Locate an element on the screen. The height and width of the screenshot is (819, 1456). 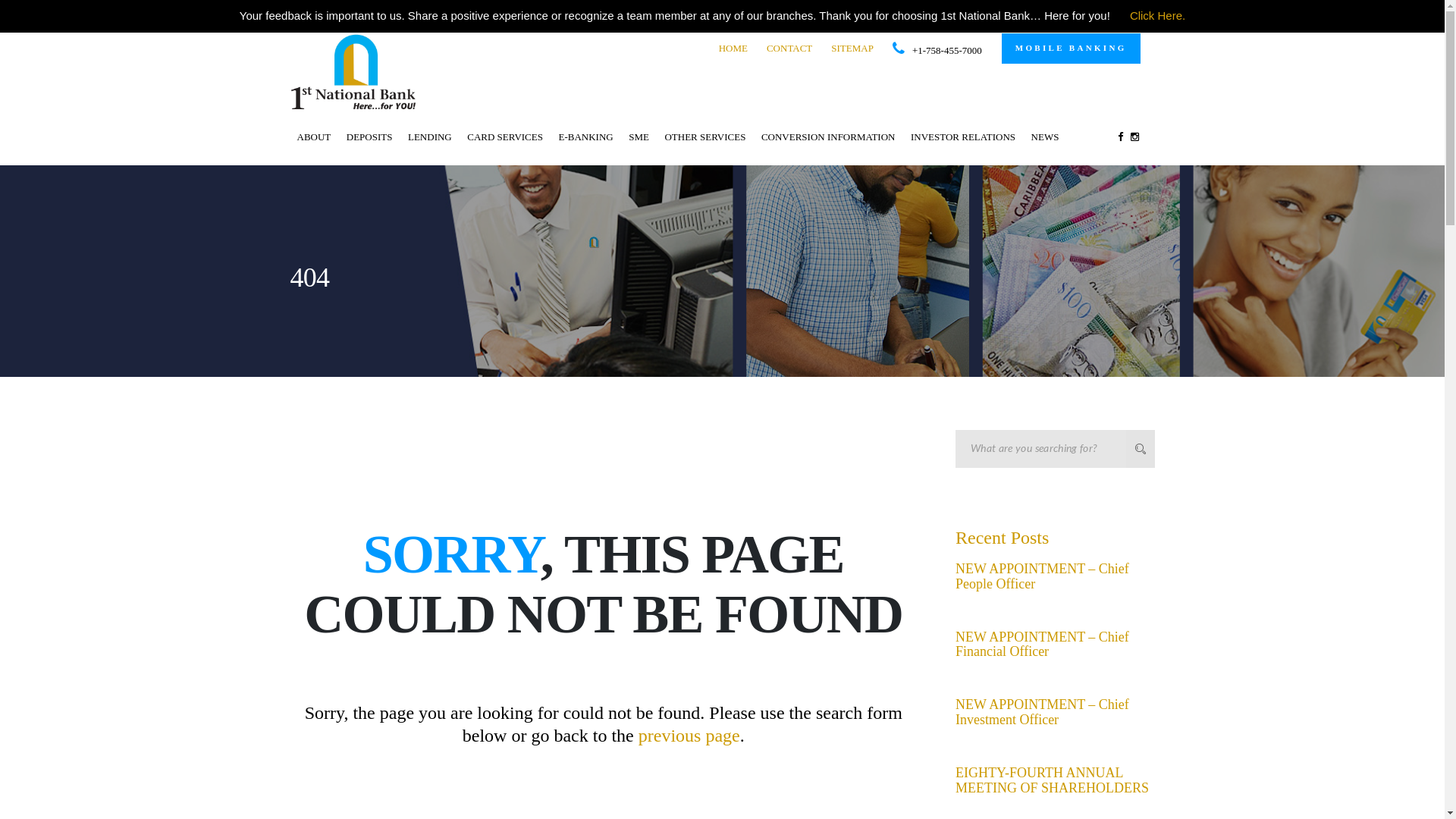
'CARD SERVICES' is located at coordinates (505, 136).